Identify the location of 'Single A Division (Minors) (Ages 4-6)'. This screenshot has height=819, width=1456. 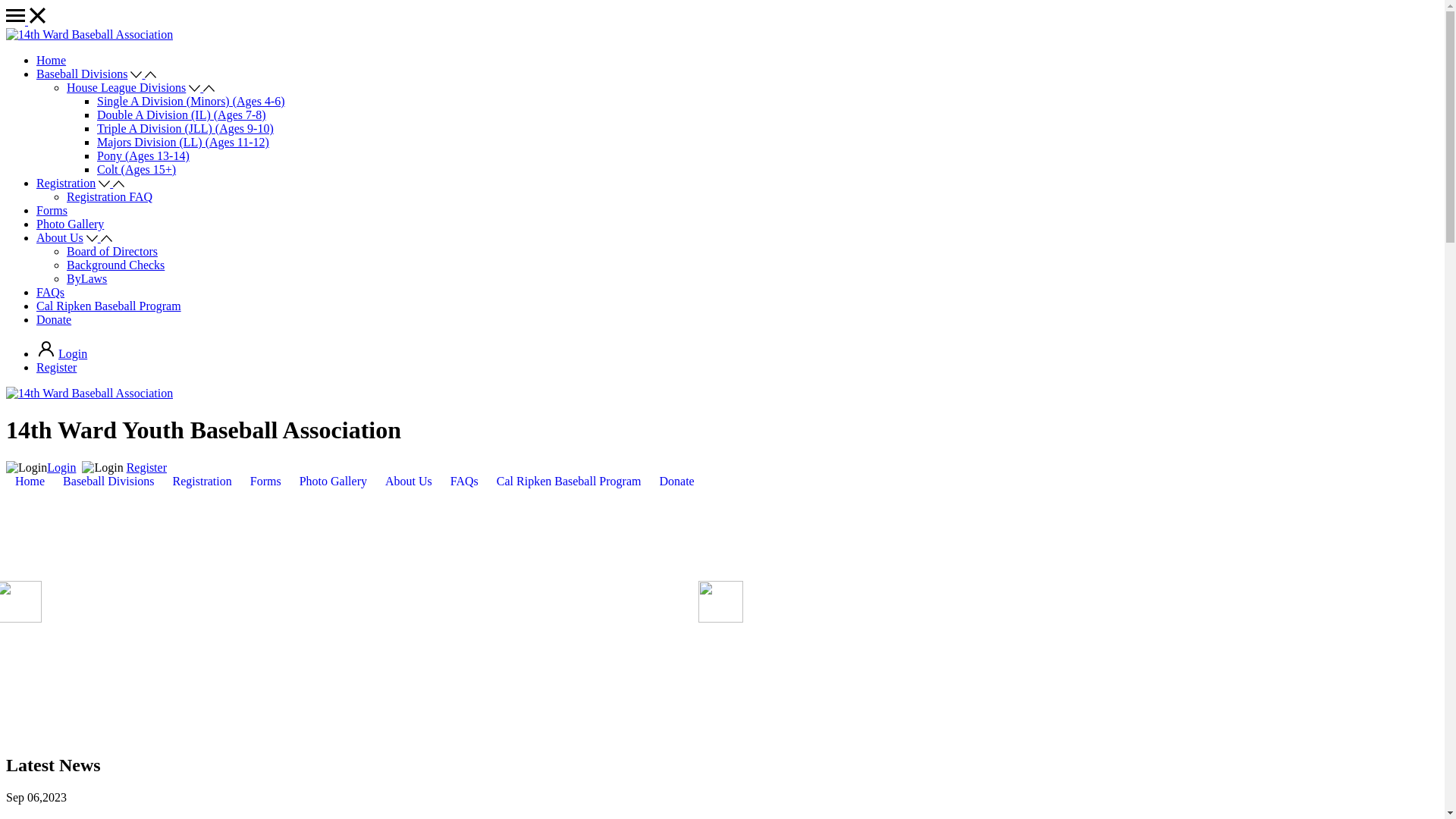
(190, 101).